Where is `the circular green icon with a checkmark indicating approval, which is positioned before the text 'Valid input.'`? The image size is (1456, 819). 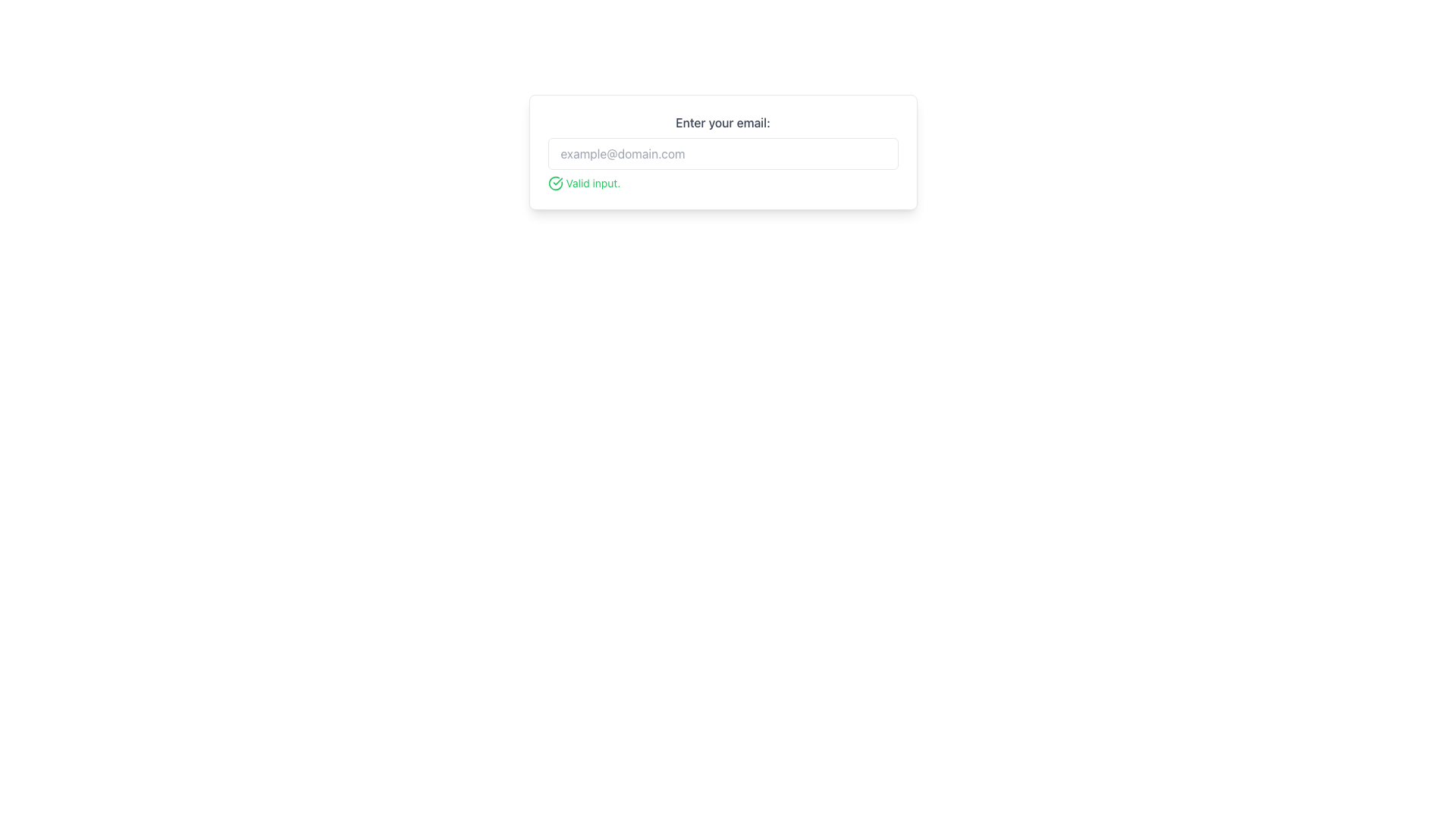 the circular green icon with a checkmark indicating approval, which is positioned before the text 'Valid input.' is located at coordinates (554, 183).